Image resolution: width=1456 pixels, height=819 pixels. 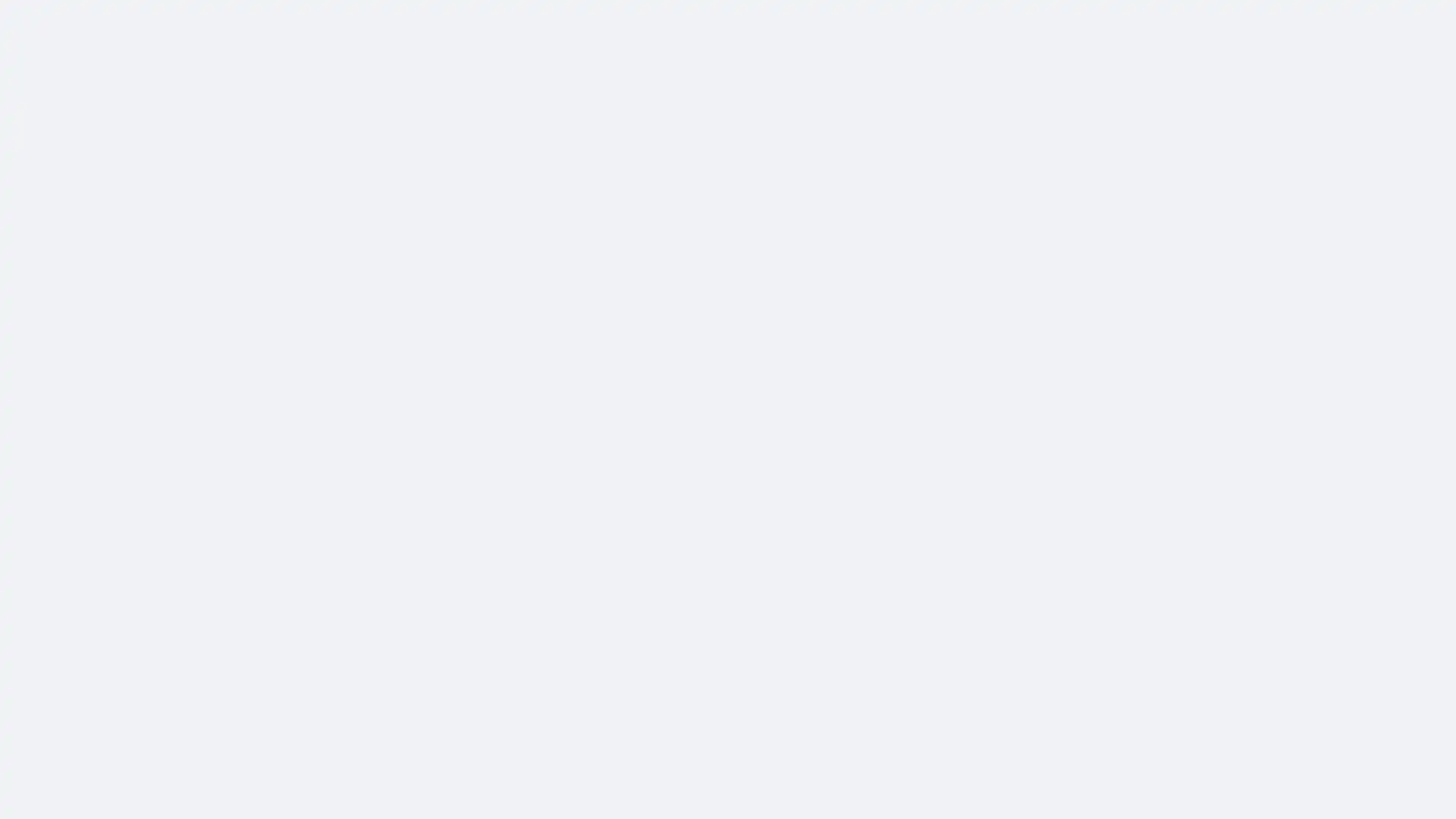 What do you see at coordinates (584, 435) in the screenshot?
I see `See more` at bounding box center [584, 435].